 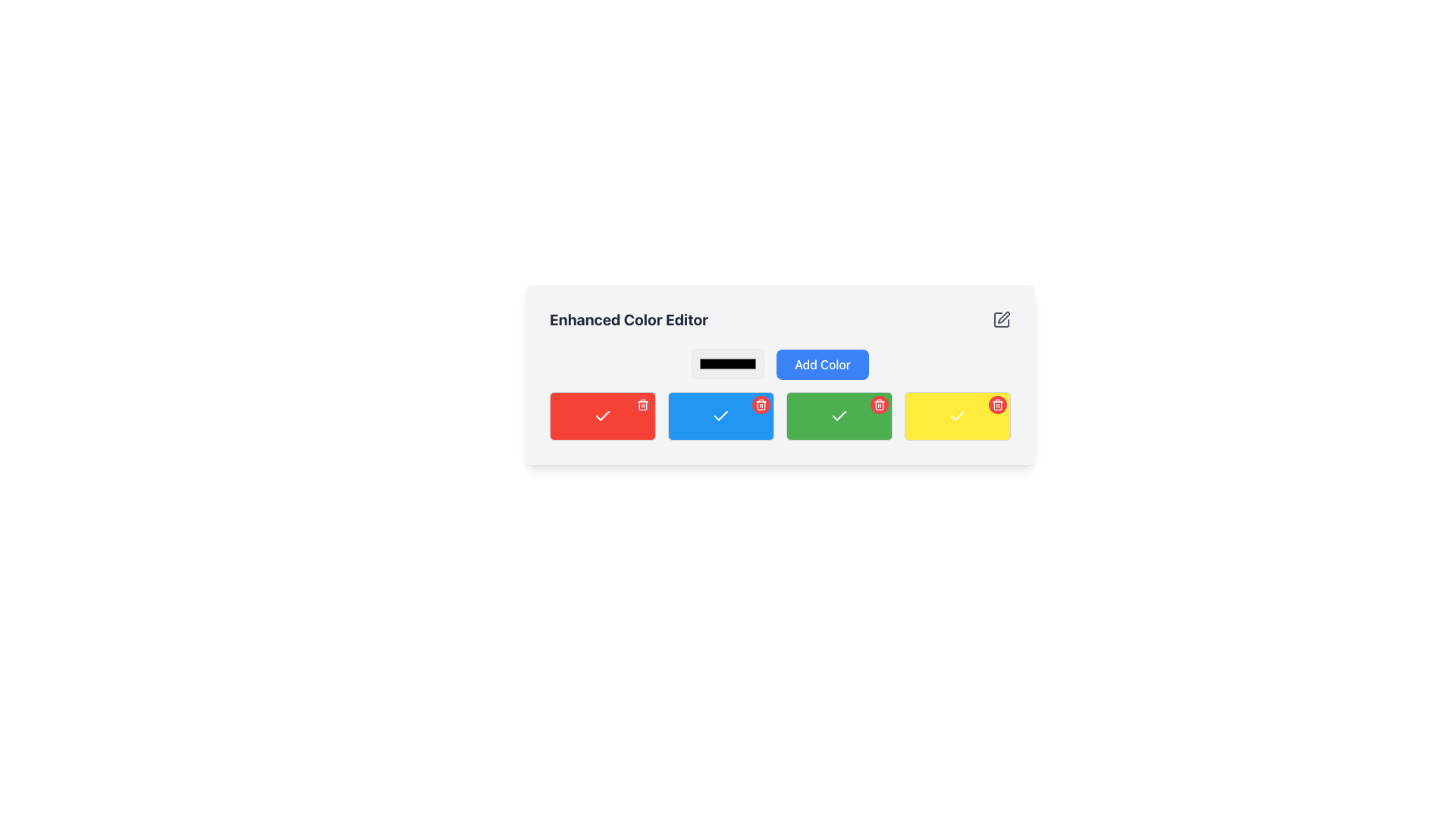 What do you see at coordinates (602, 416) in the screenshot?
I see `the checkmark SVG icon embedded within the red button, which is the first button in a horizontal row of four buttons located at the bottom of the 'Enhanced Color Editor' section` at bounding box center [602, 416].